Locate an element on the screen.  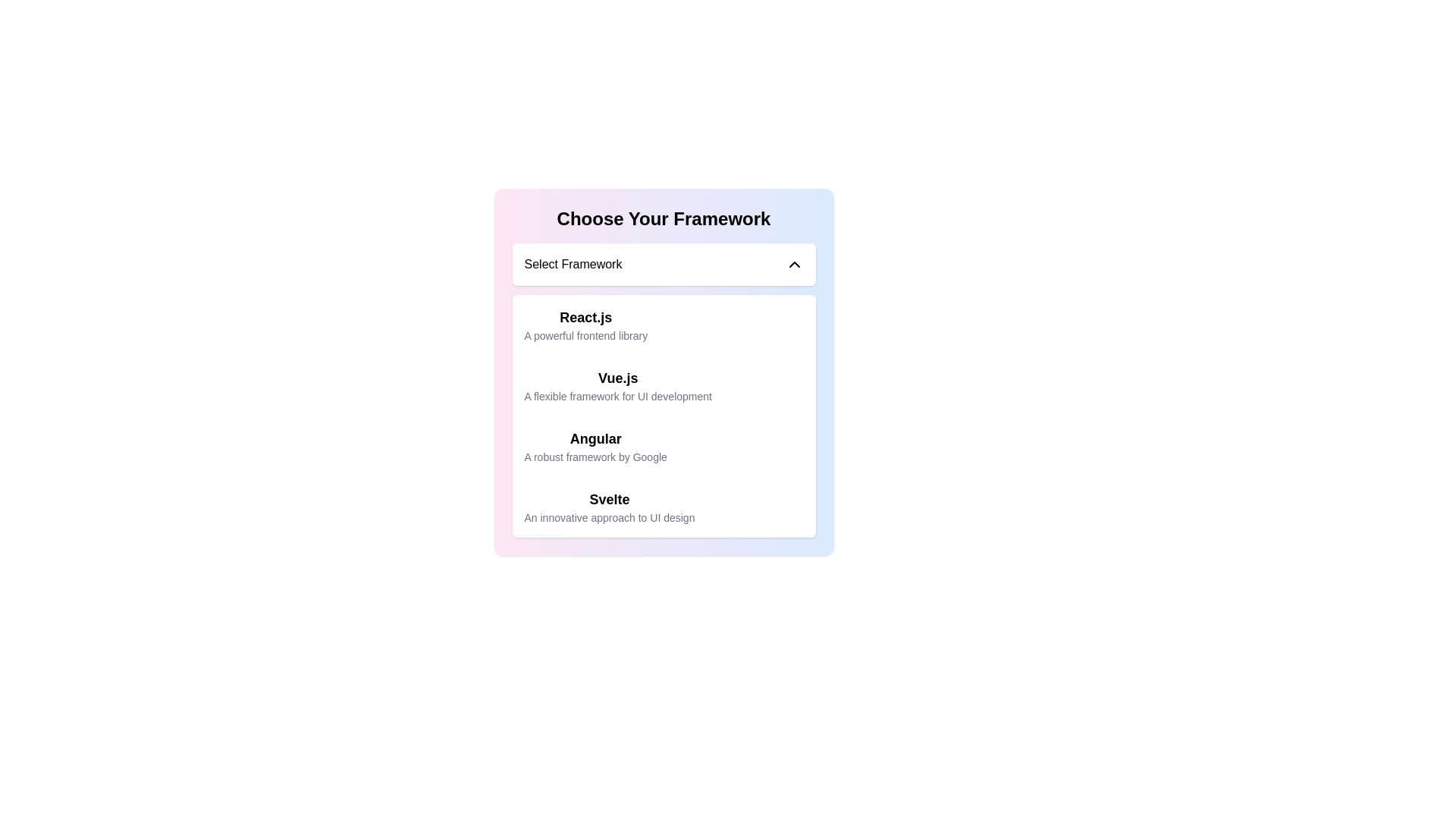
text label that says 'An innovative approach to UI design', which is styled in small gray font and positioned below the title 'Svelte' is located at coordinates (609, 516).